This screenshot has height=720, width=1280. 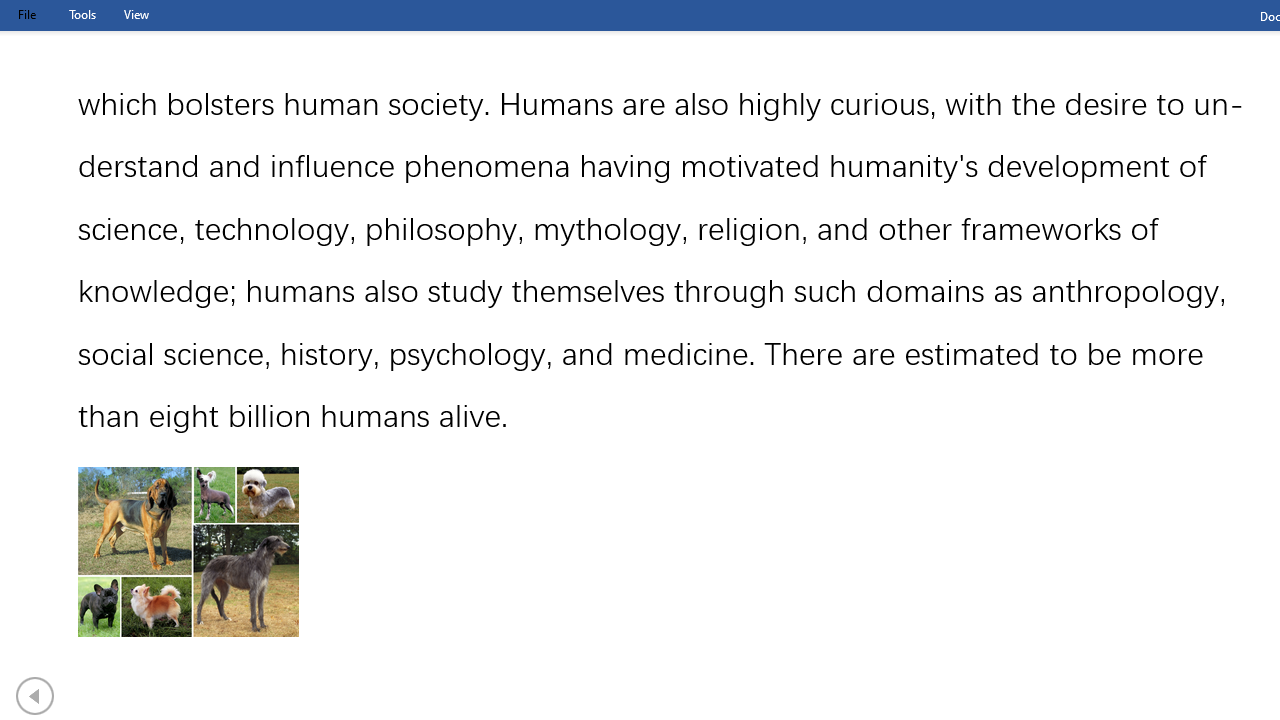 What do you see at coordinates (188, 552) in the screenshot?
I see `'Morphological variation in six dogs'` at bounding box center [188, 552].